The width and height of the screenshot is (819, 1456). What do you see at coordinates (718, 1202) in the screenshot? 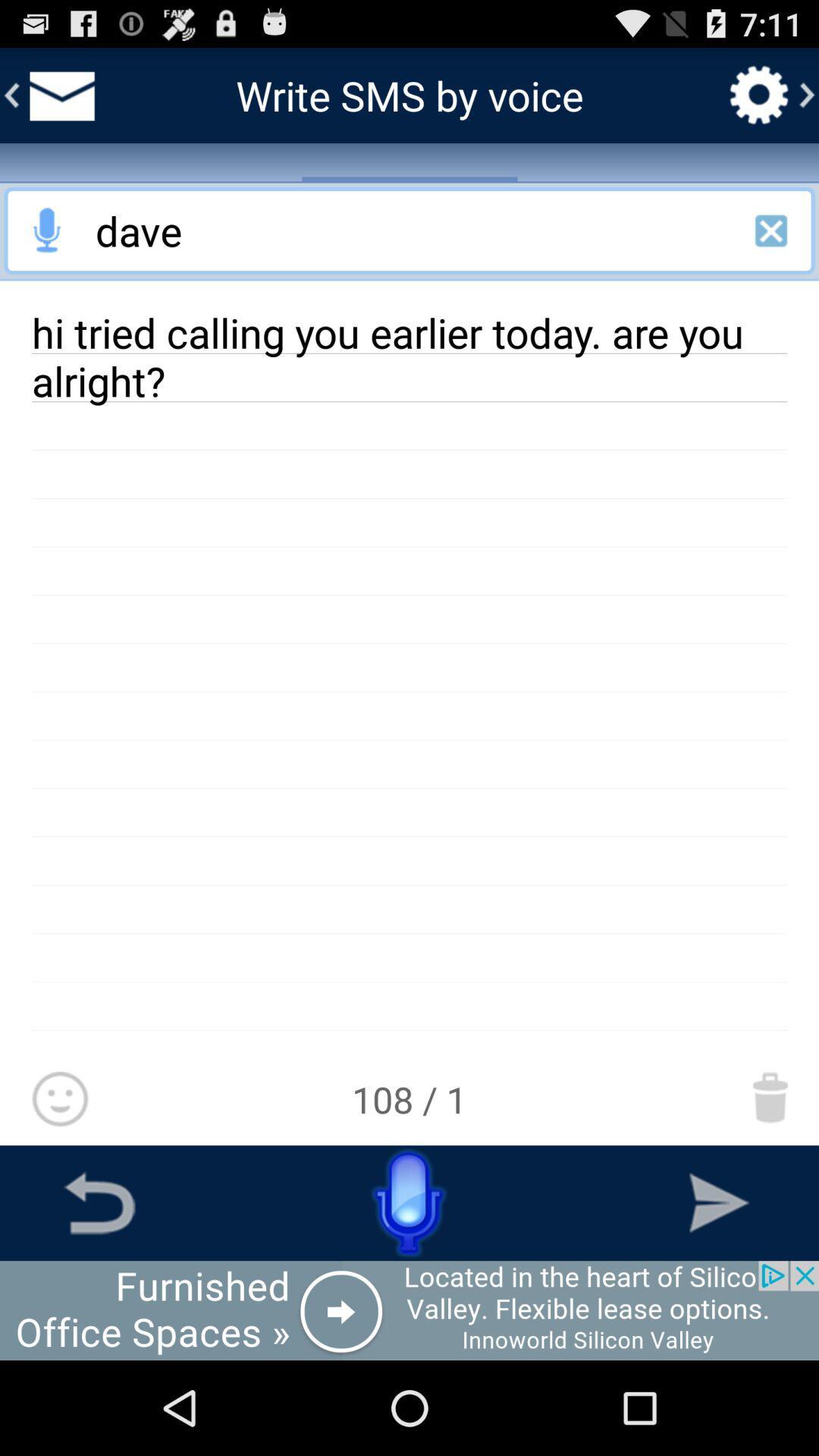
I see `send sms` at bounding box center [718, 1202].